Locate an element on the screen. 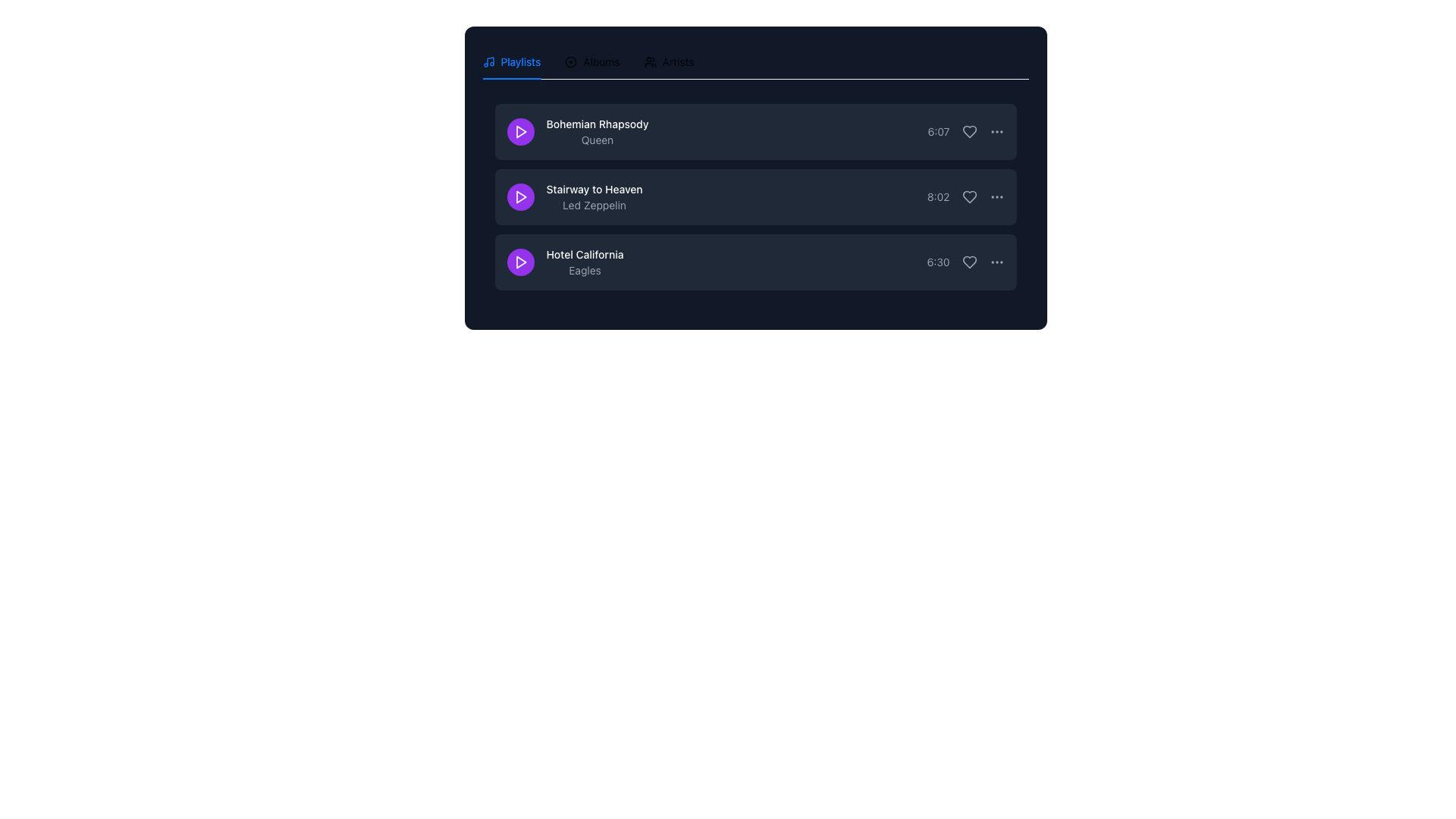 Image resolution: width=1456 pixels, height=819 pixels. the favorite toggle icon located to the right of the '6:07' timestamp for the song 'Bohemian Rhapsody' is located at coordinates (968, 130).